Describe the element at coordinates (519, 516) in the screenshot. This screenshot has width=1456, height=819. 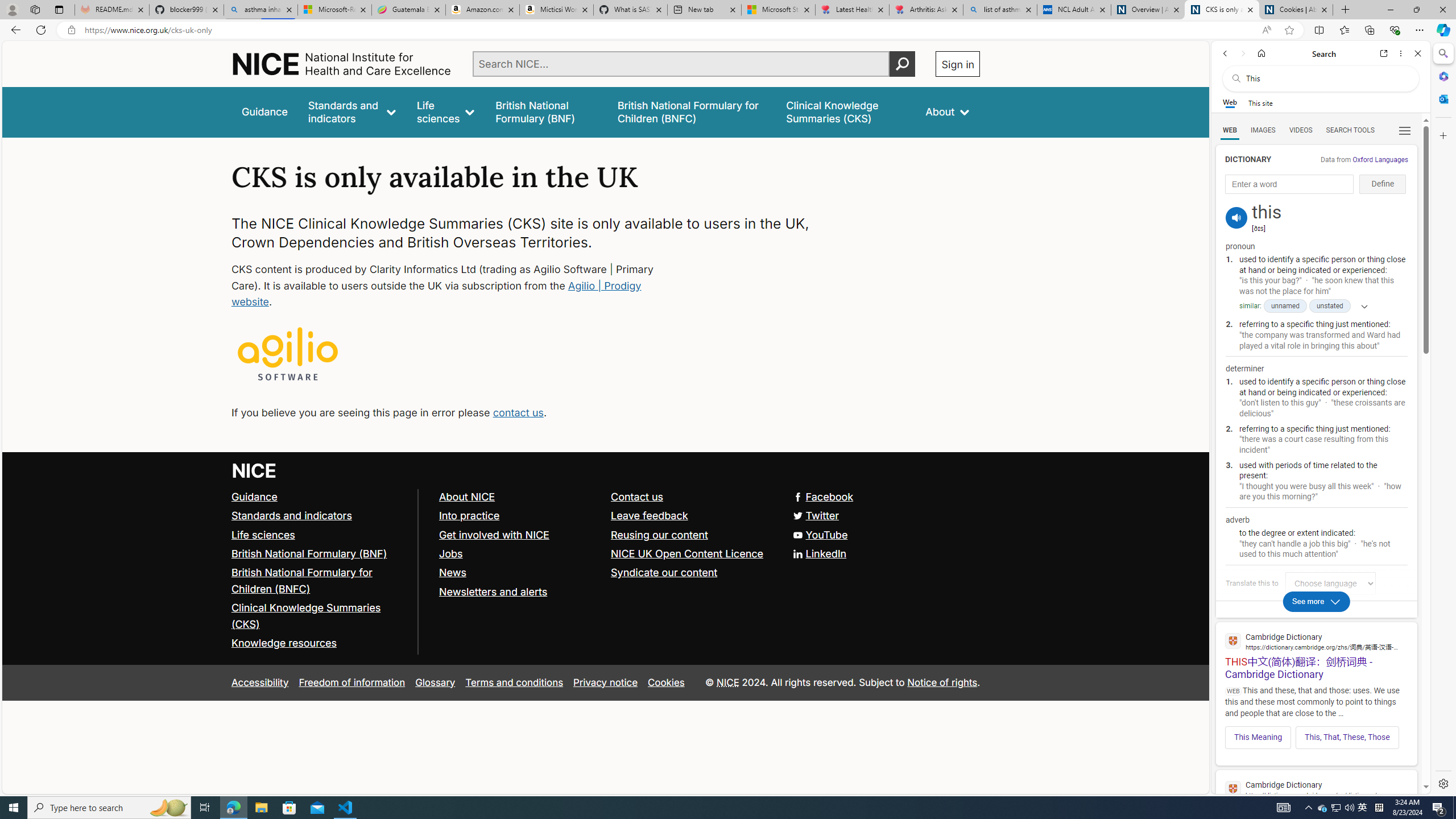
I see `'Into practice'` at that location.